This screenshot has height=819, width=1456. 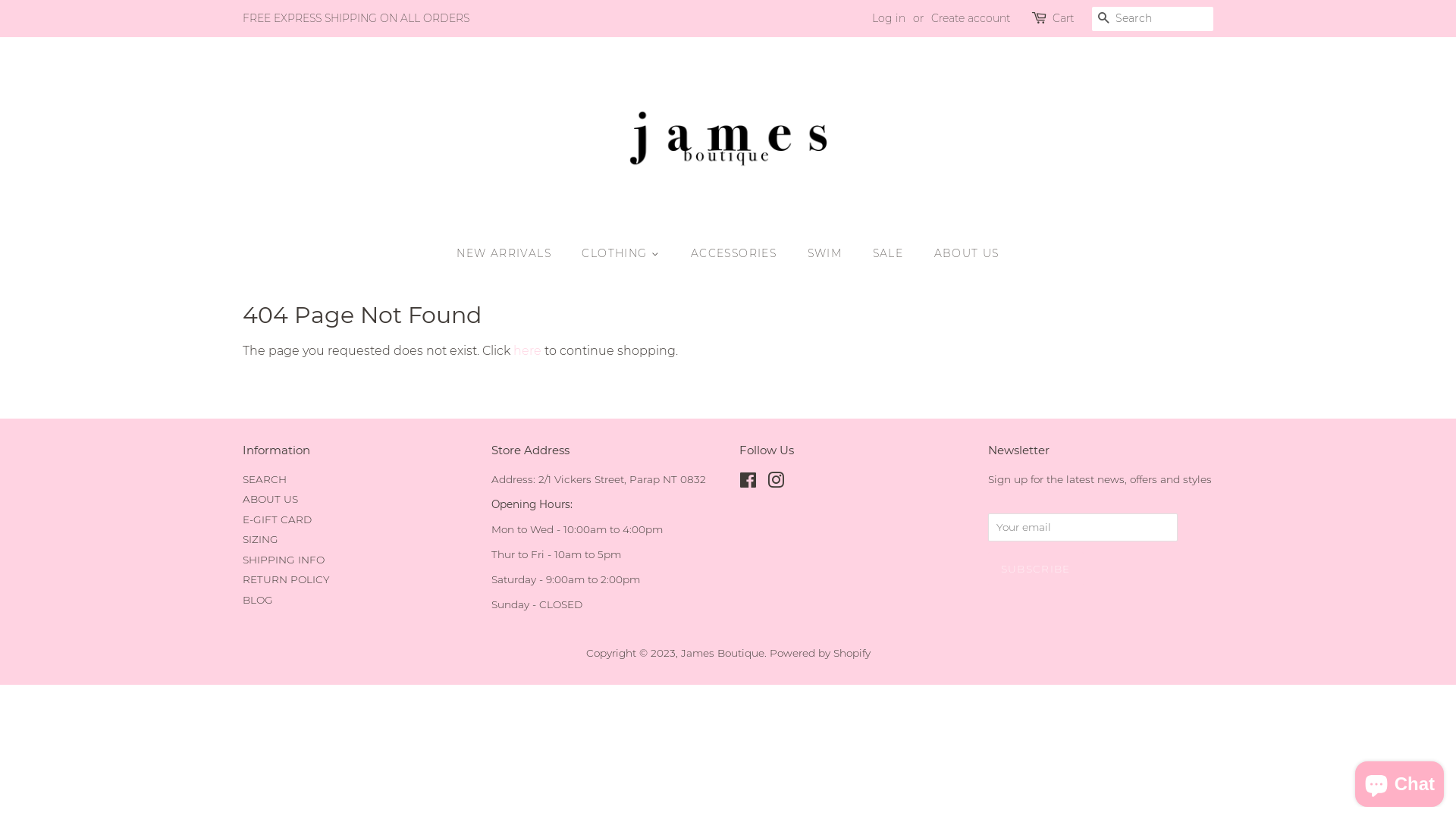 What do you see at coordinates (890, 253) in the screenshot?
I see `'SALE'` at bounding box center [890, 253].